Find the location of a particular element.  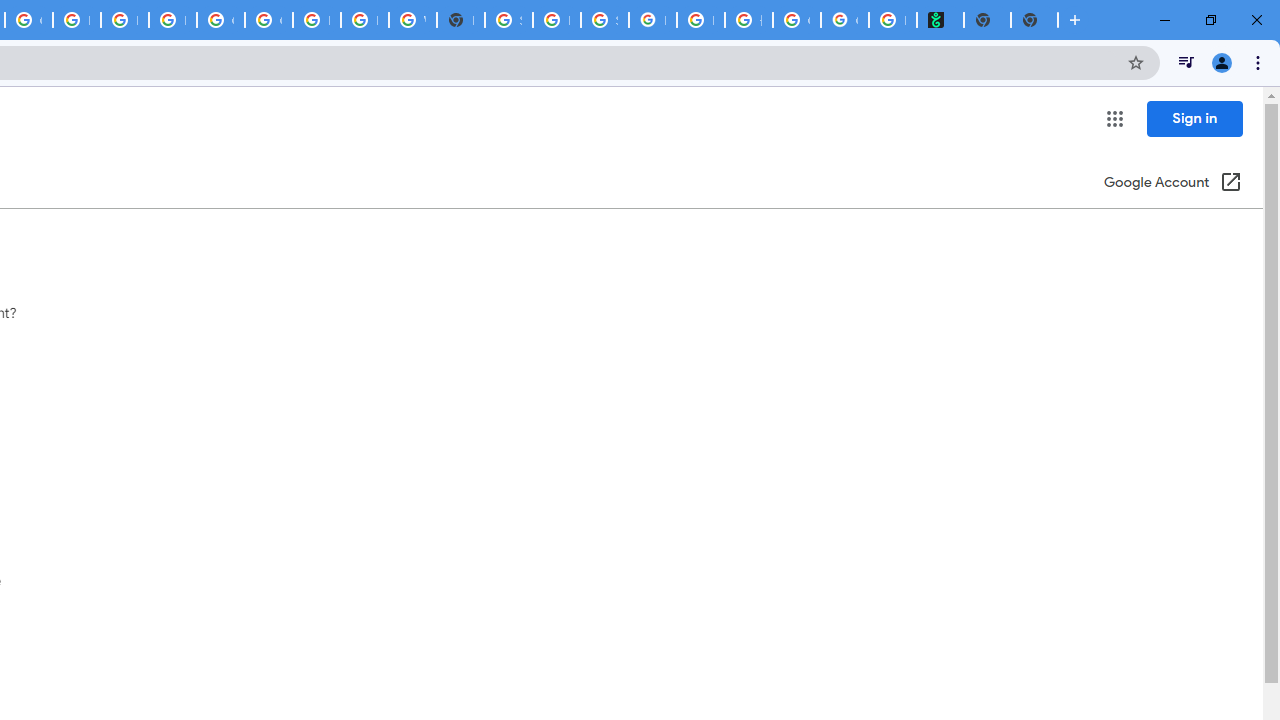

'New Tab' is located at coordinates (1034, 20).